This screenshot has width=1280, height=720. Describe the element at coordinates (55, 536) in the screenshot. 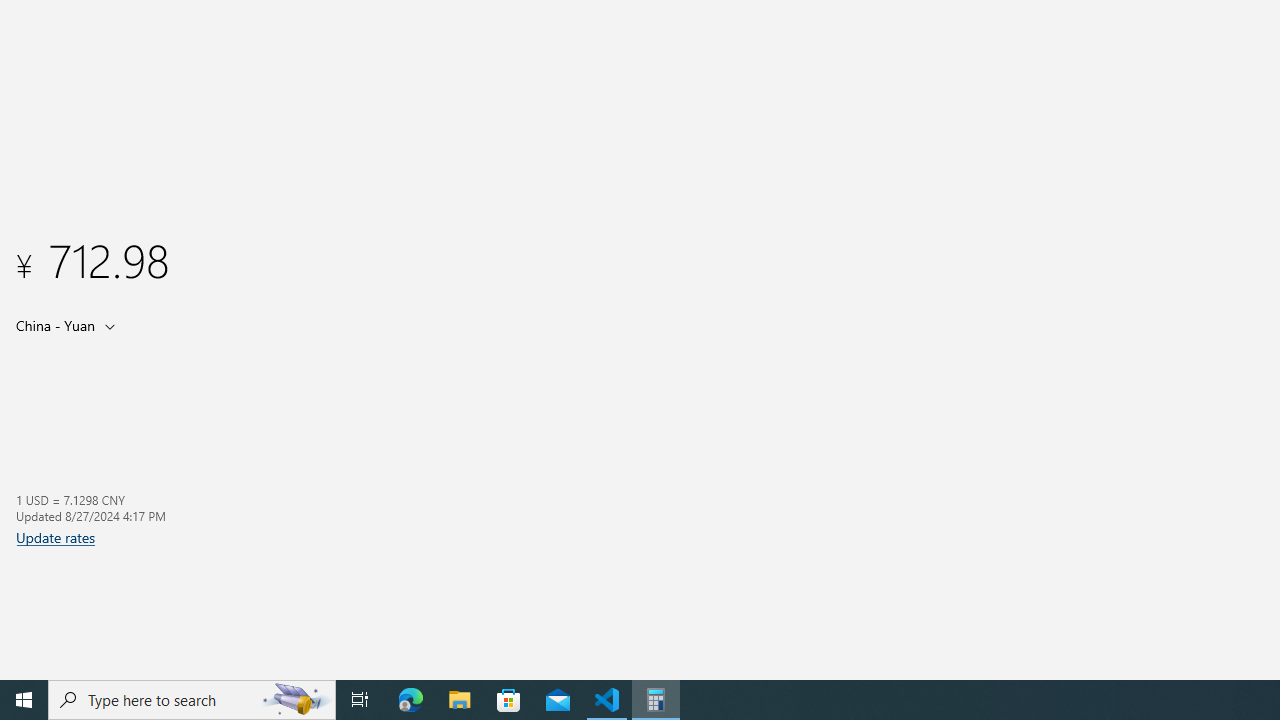

I see `'Update rates'` at that location.